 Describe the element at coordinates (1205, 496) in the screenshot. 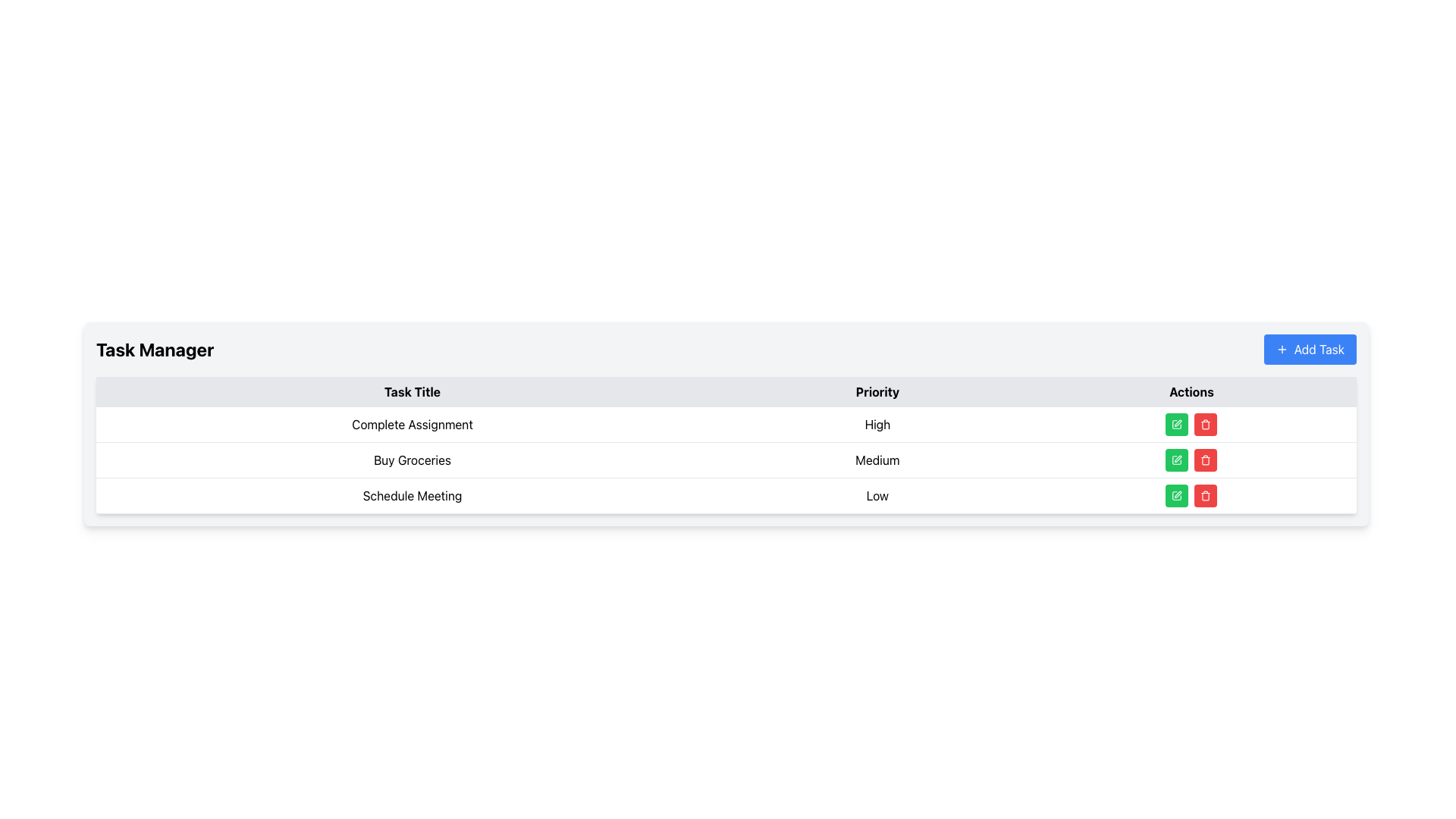

I see `the trash icon button in the 'Actions' column of the third row in the 'Task Manager' table` at that location.